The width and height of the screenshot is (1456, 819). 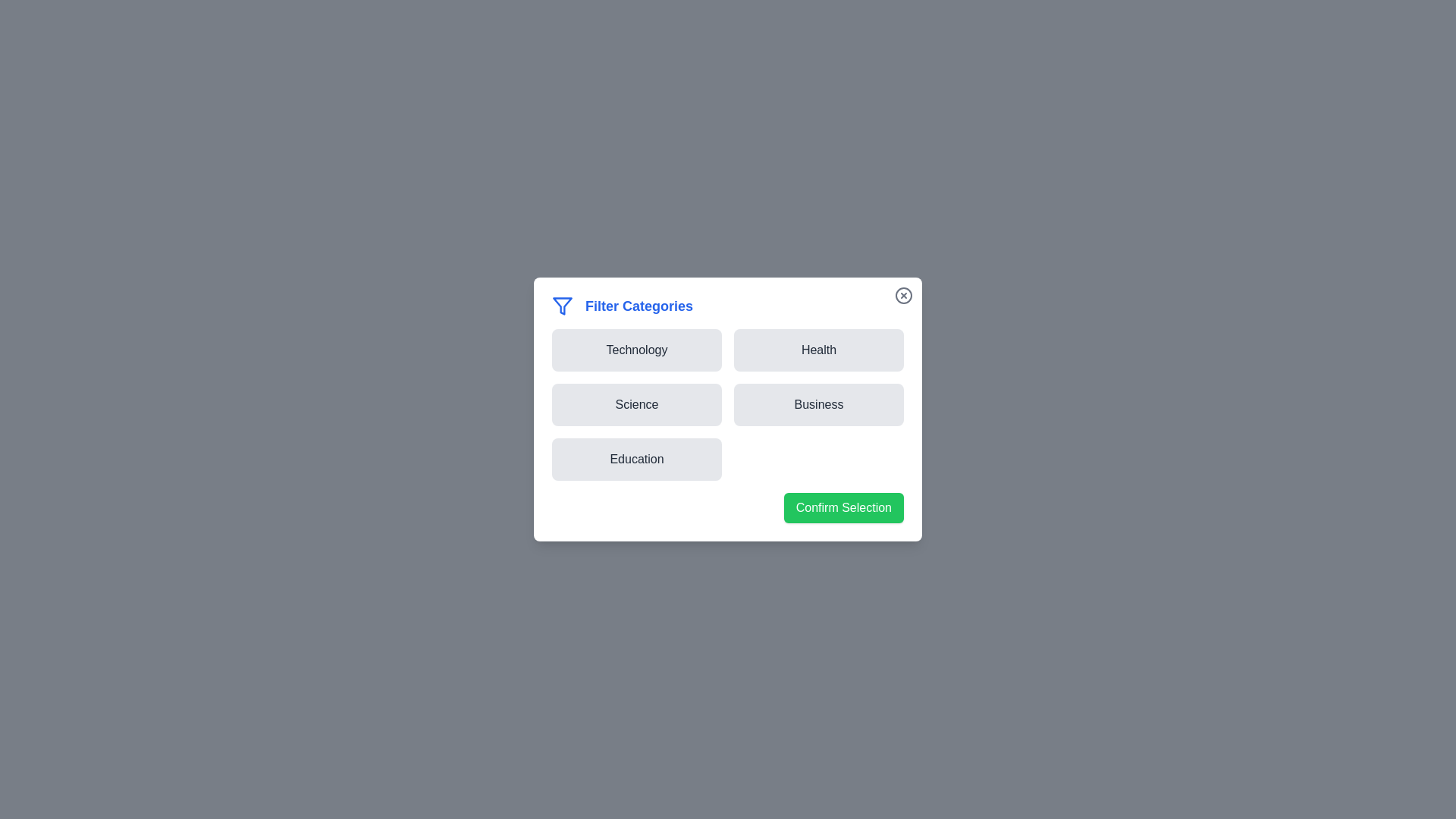 I want to click on the Technology button to observe its hover effect, so click(x=637, y=350).